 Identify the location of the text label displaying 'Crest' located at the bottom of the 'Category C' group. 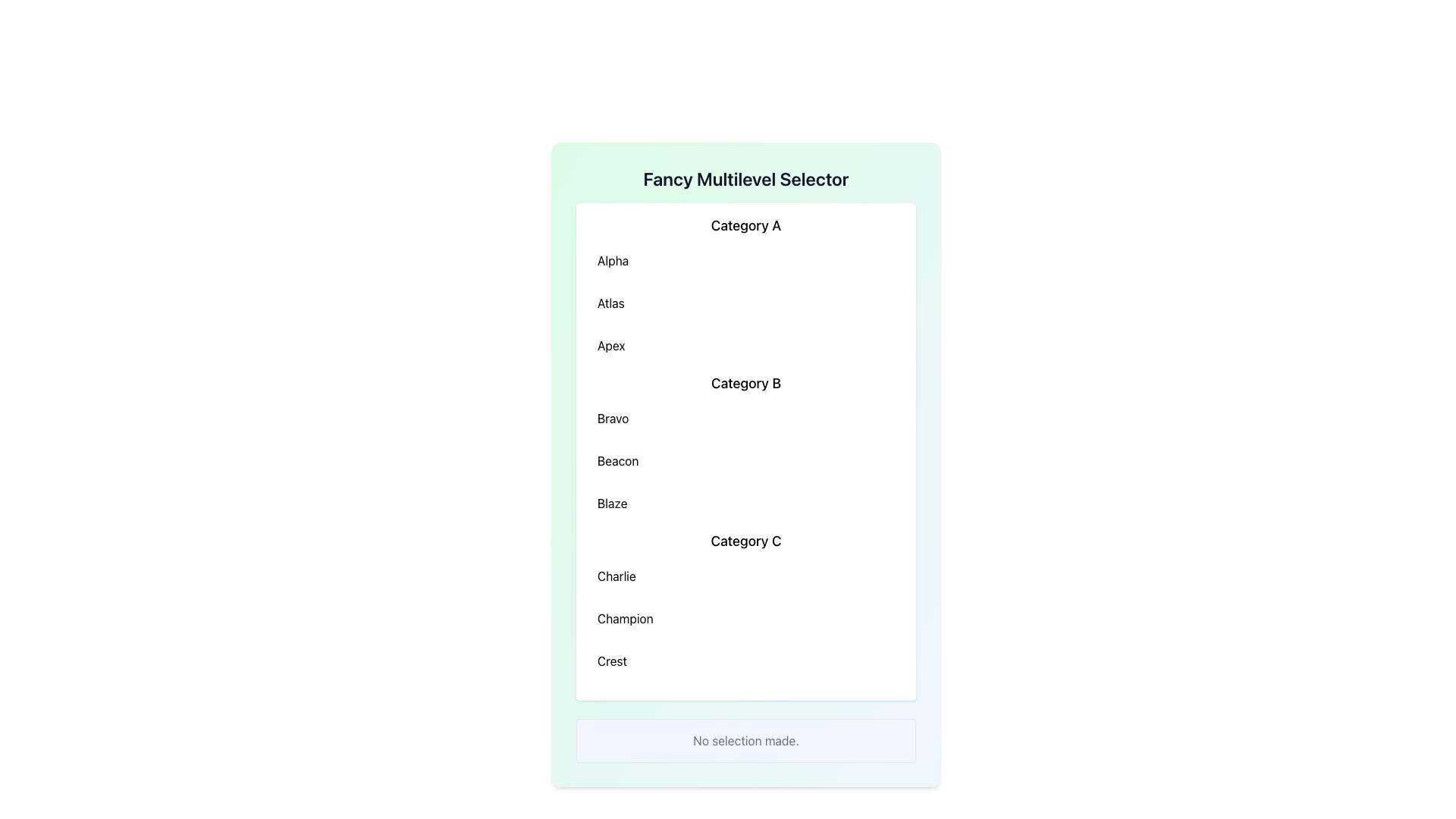
(612, 660).